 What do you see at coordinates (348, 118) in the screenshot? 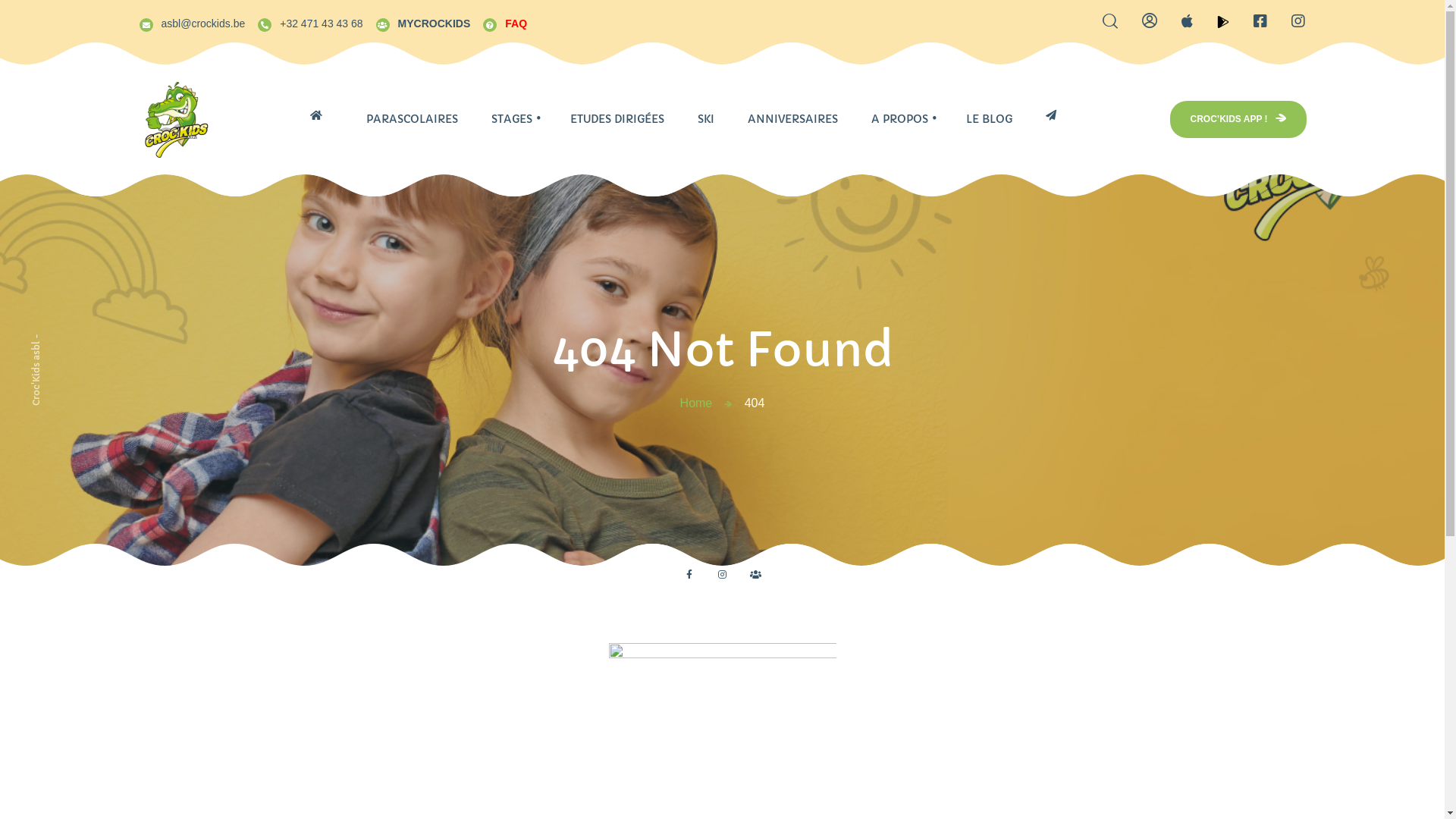
I see `'PARASCOLAIRES'` at bounding box center [348, 118].